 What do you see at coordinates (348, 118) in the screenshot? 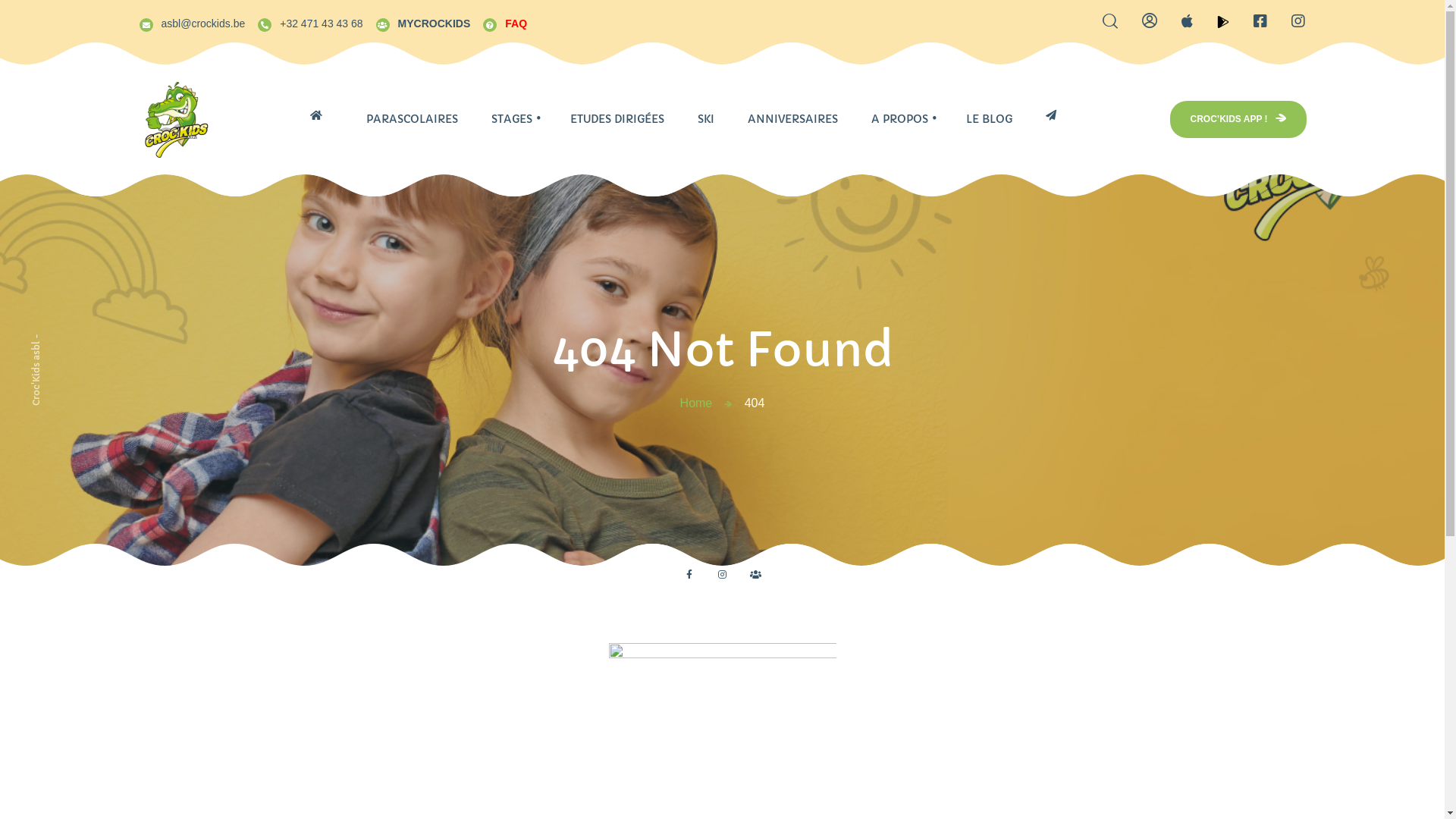
I see `'PARASCOLAIRES'` at bounding box center [348, 118].